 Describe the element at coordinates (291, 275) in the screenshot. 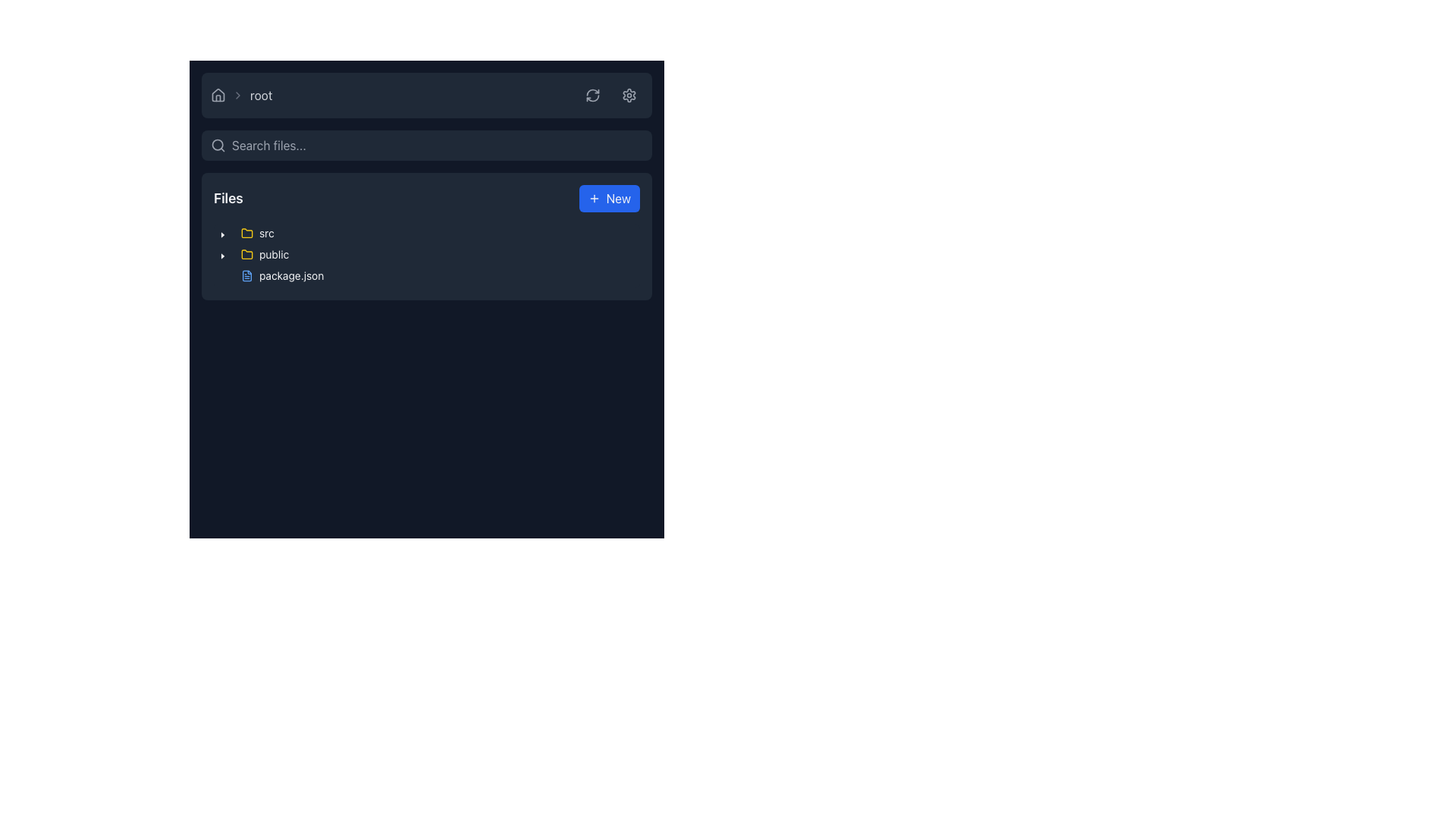

I see `the text label representing the file 'package.json' in the 'Files' section` at that location.